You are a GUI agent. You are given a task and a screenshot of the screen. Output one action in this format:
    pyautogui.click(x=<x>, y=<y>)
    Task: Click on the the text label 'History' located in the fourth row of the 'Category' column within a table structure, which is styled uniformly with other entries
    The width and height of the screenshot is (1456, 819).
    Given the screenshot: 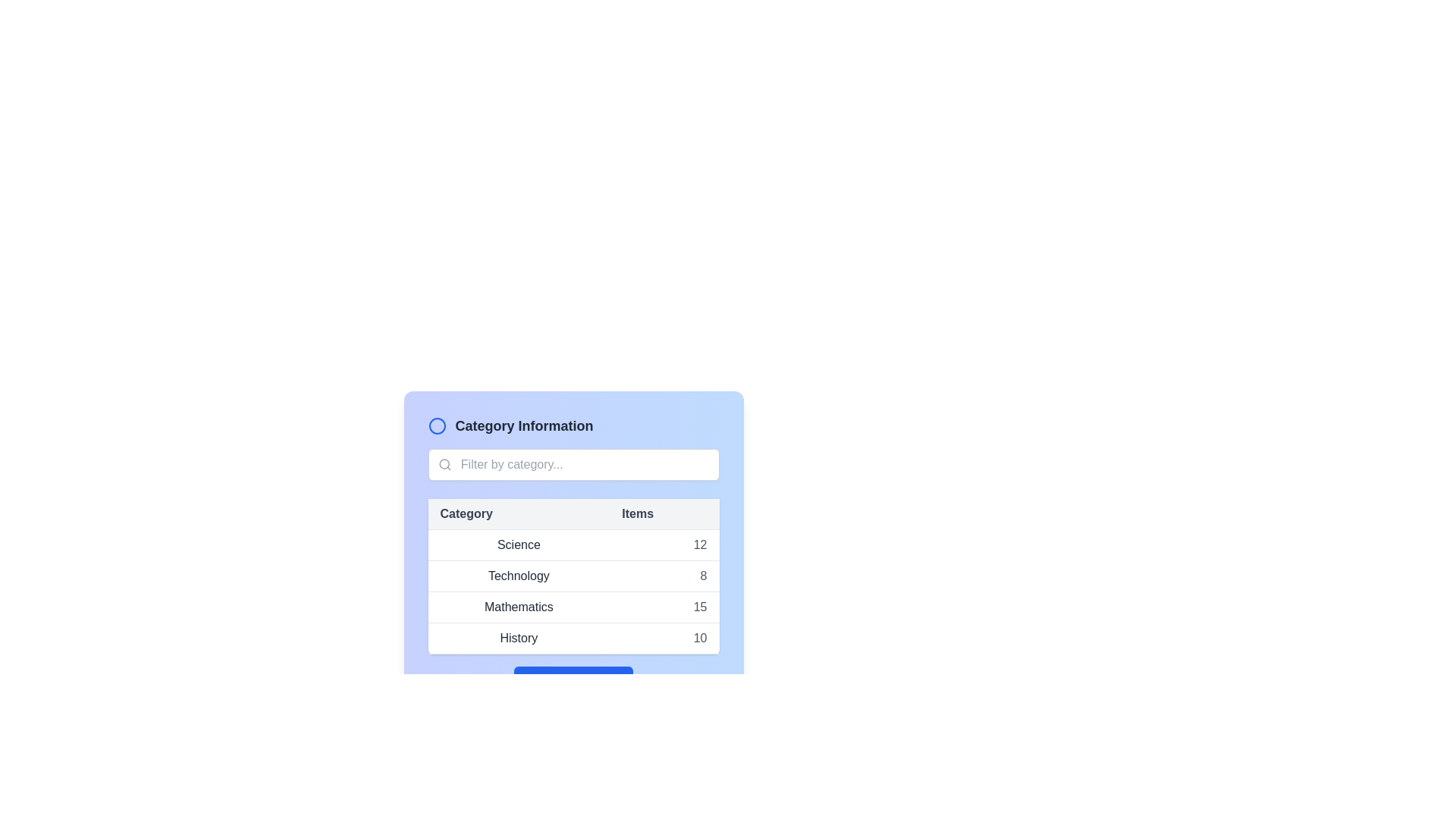 What is the action you would take?
    pyautogui.click(x=519, y=638)
    